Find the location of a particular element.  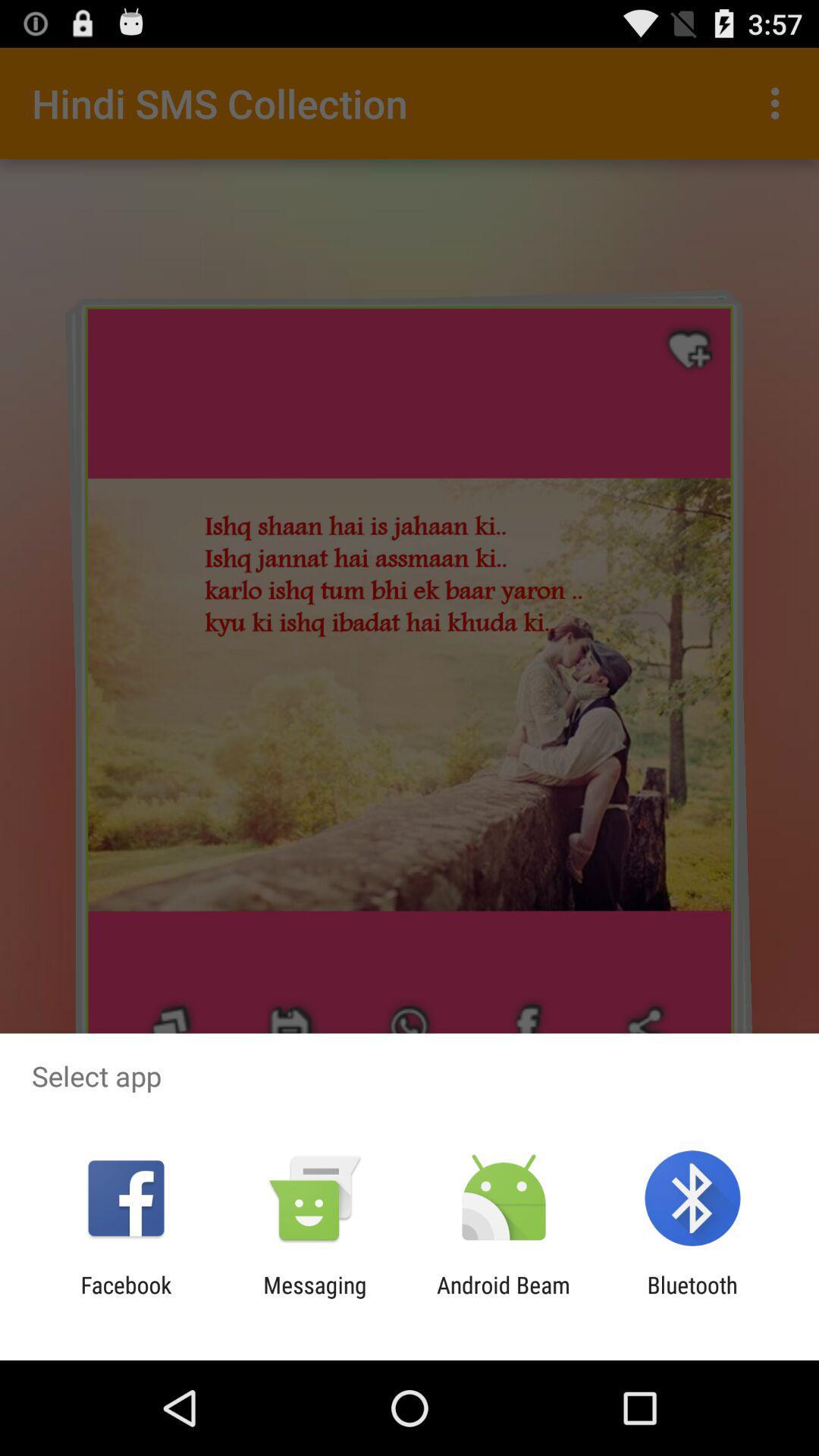

messaging is located at coordinates (314, 1298).